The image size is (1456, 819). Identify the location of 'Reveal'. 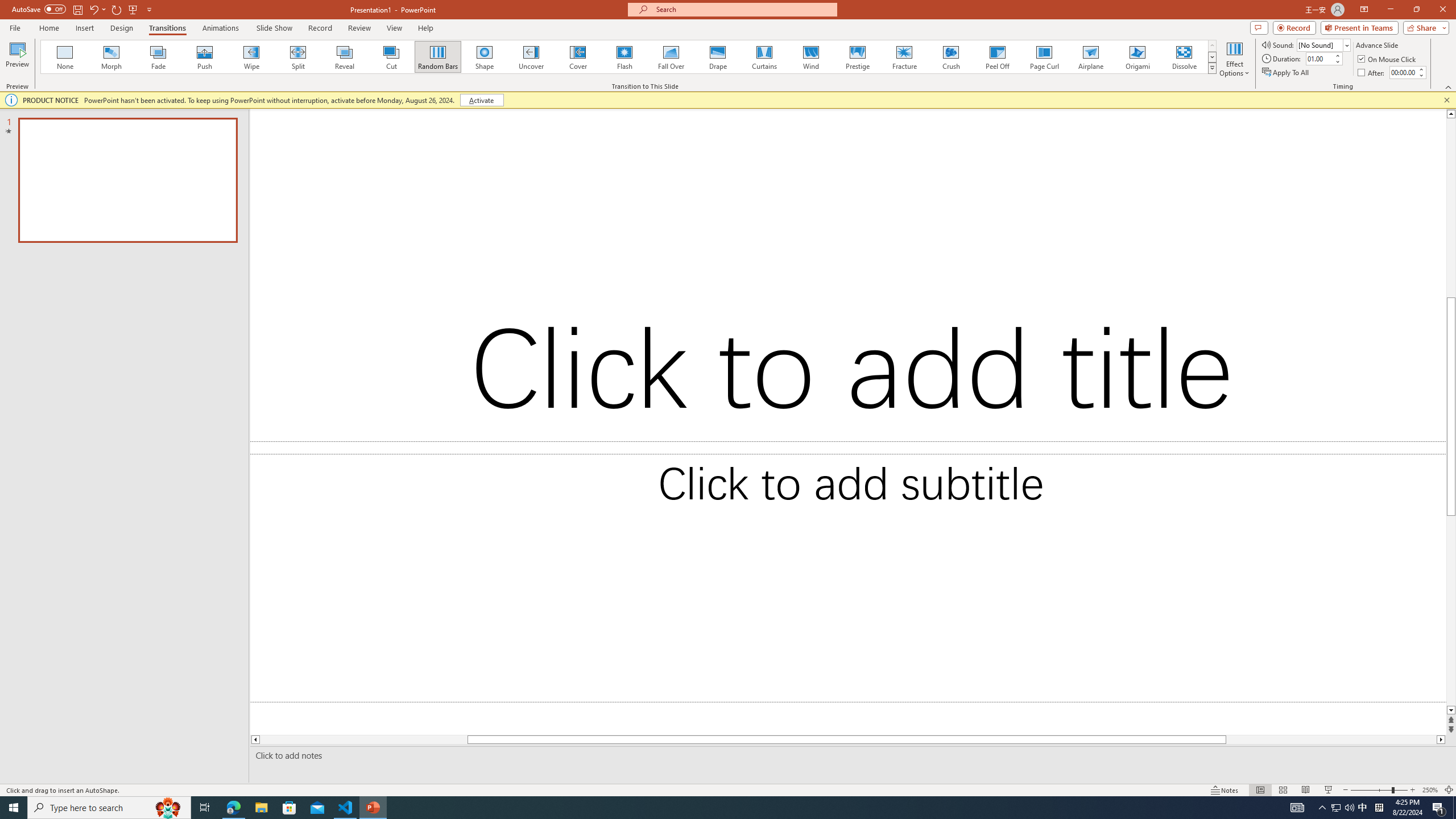
(345, 56).